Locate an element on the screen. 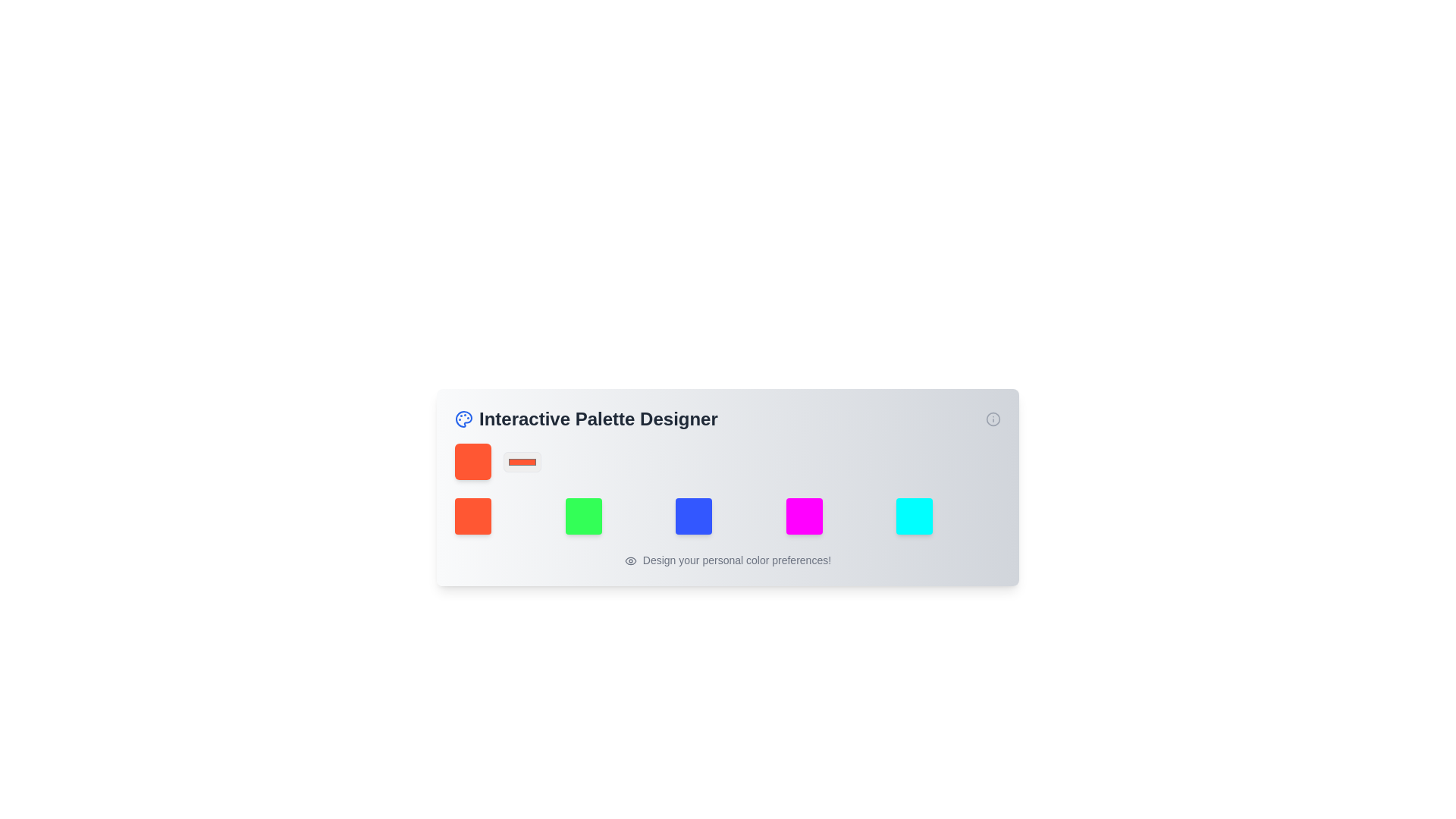  the vibrant orange circular button located in the bottom left corner of the 'Interactive Palette Designer' section is located at coordinates (472, 516).